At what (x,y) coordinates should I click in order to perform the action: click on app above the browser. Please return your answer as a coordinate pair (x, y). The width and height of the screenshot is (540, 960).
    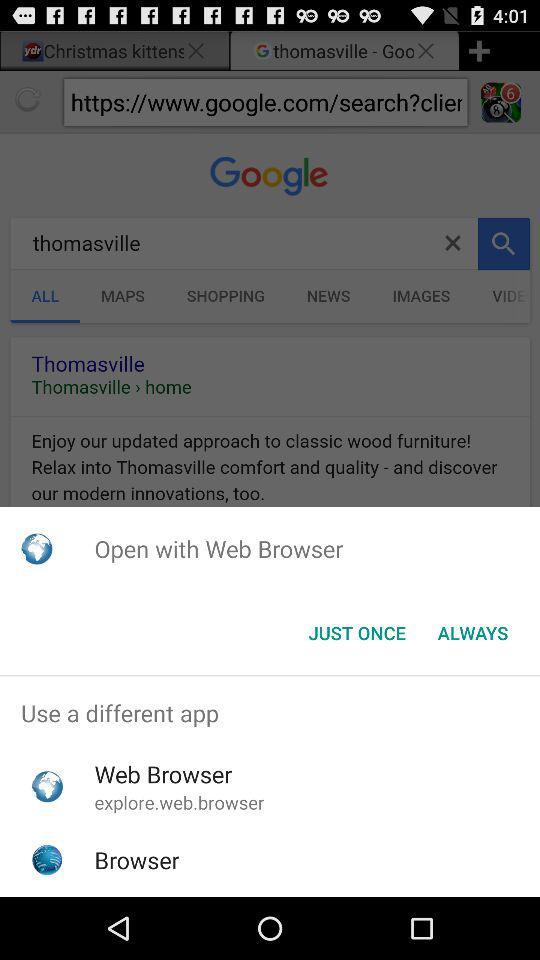
    Looking at the image, I should click on (179, 802).